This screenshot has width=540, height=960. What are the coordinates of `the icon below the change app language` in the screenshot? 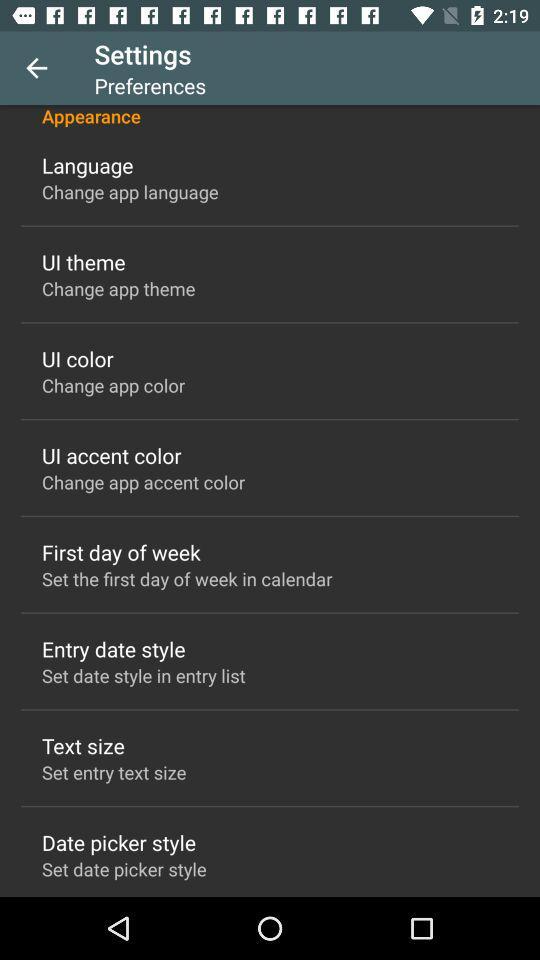 It's located at (82, 261).